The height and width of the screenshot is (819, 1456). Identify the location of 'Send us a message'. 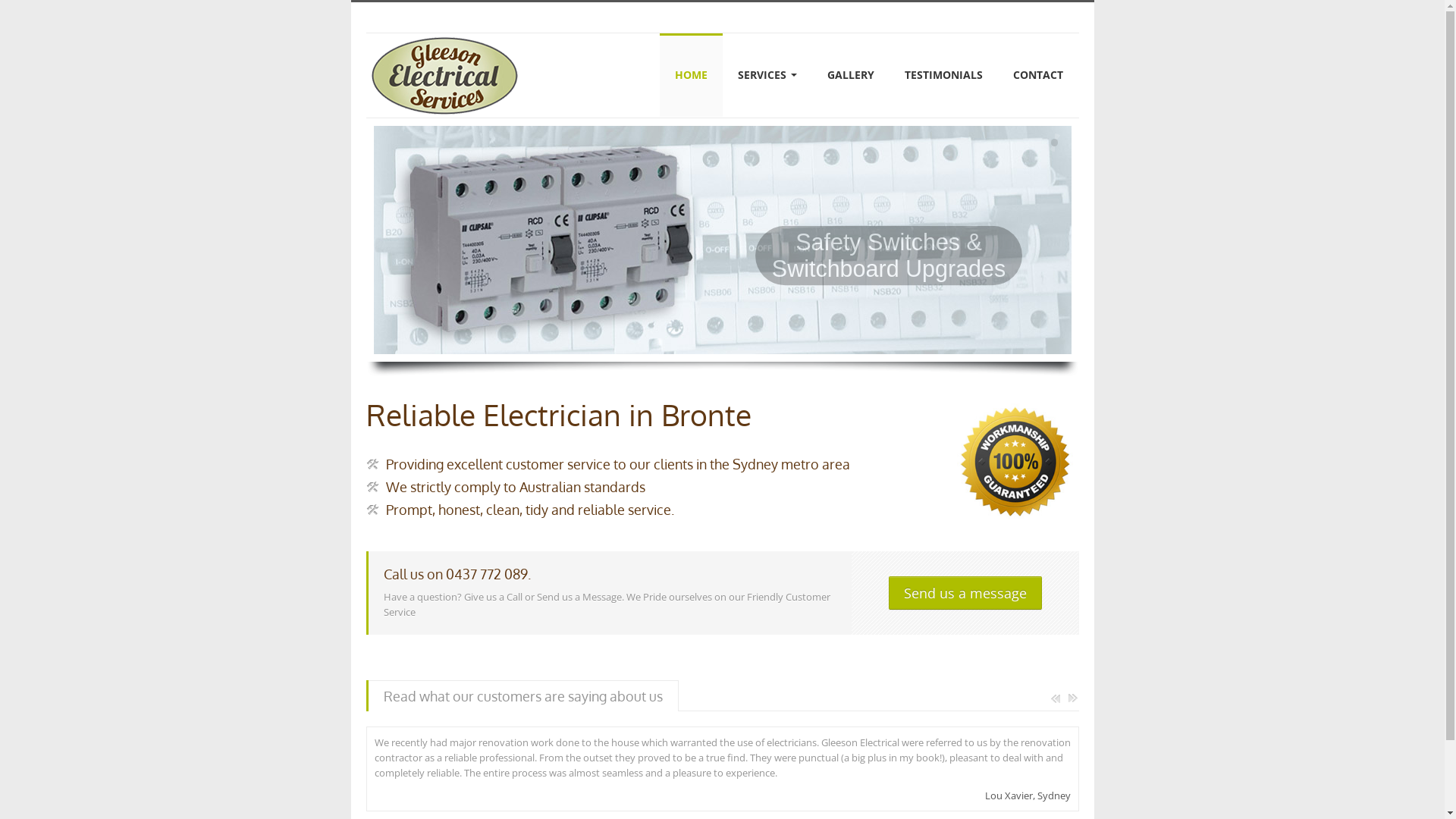
(888, 592).